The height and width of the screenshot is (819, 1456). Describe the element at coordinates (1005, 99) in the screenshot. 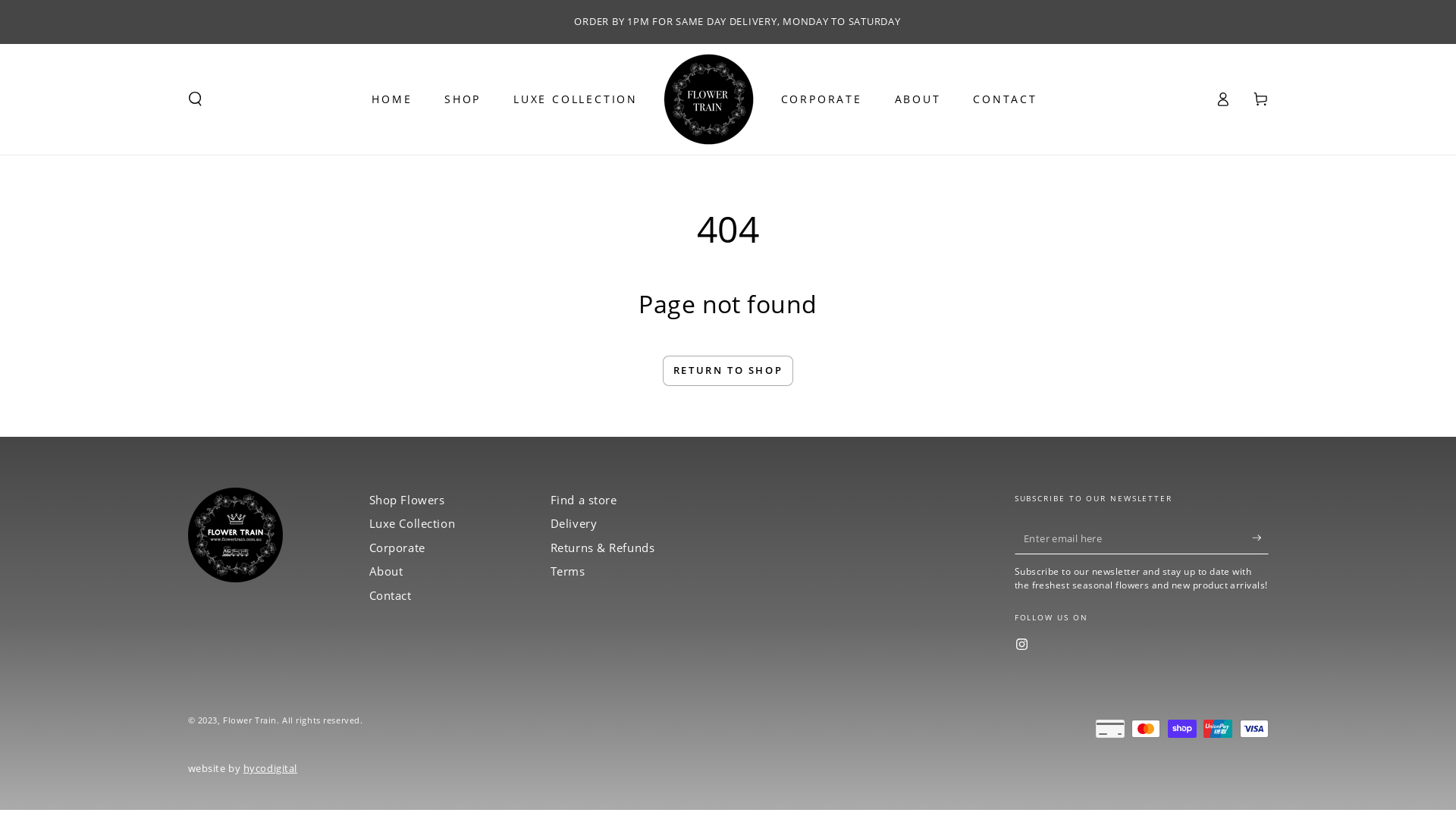

I see `'CONTACT'` at that location.